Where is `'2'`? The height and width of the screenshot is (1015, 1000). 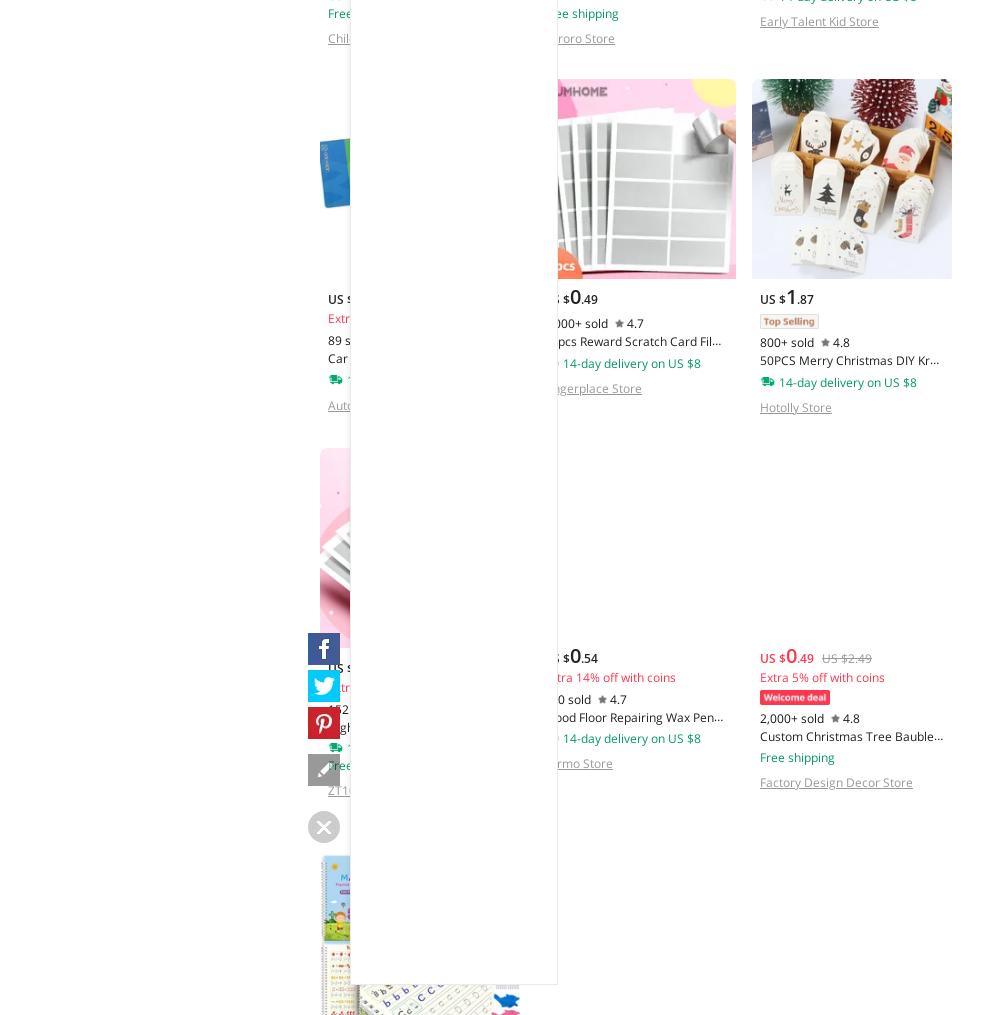
'2' is located at coordinates (353, 295).